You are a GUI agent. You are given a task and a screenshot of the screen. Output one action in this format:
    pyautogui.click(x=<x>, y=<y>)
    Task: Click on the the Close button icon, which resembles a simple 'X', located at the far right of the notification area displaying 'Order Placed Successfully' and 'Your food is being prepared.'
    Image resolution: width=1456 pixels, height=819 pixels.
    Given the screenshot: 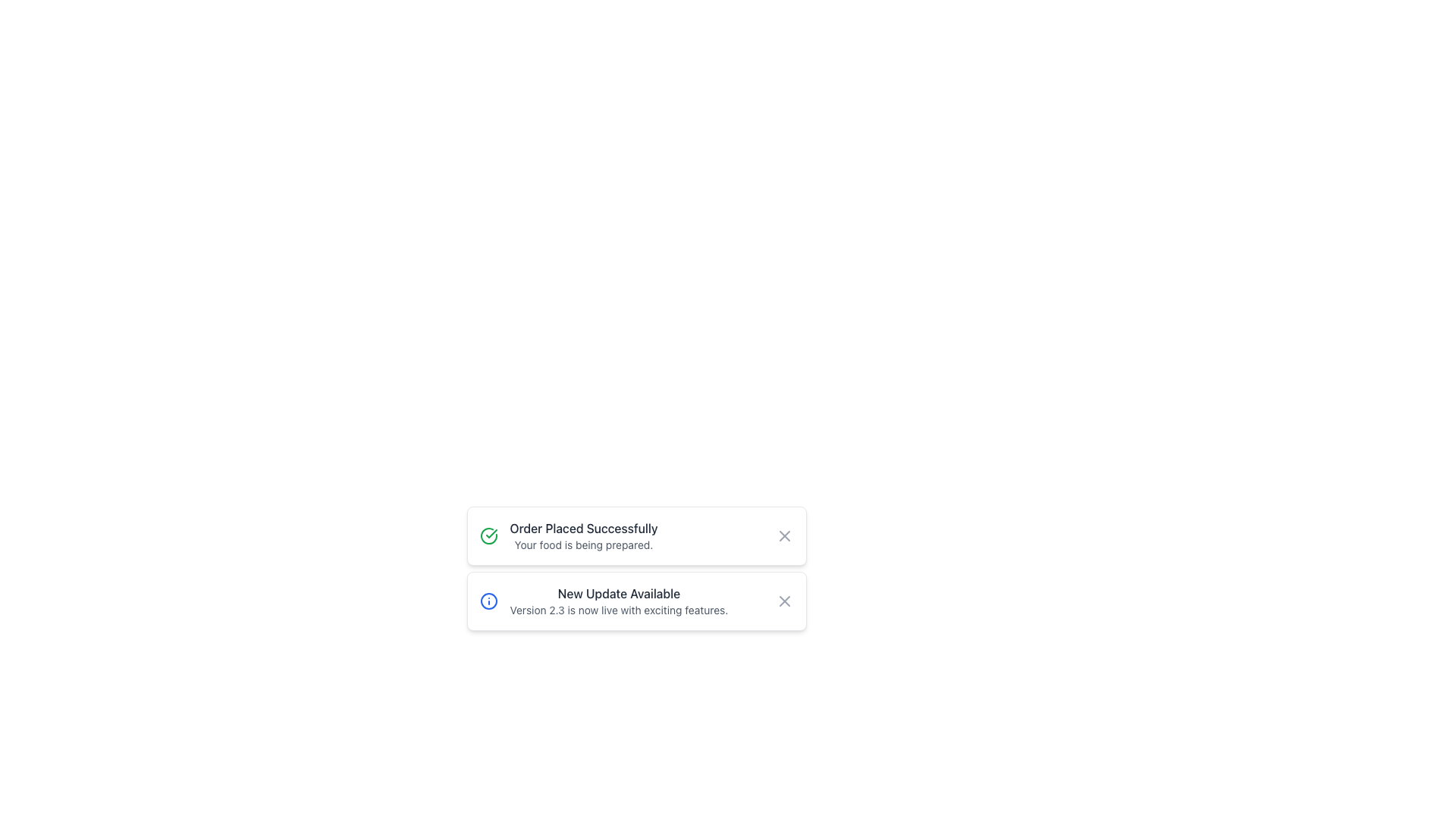 What is the action you would take?
    pyautogui.click(x=784, y=535)
    